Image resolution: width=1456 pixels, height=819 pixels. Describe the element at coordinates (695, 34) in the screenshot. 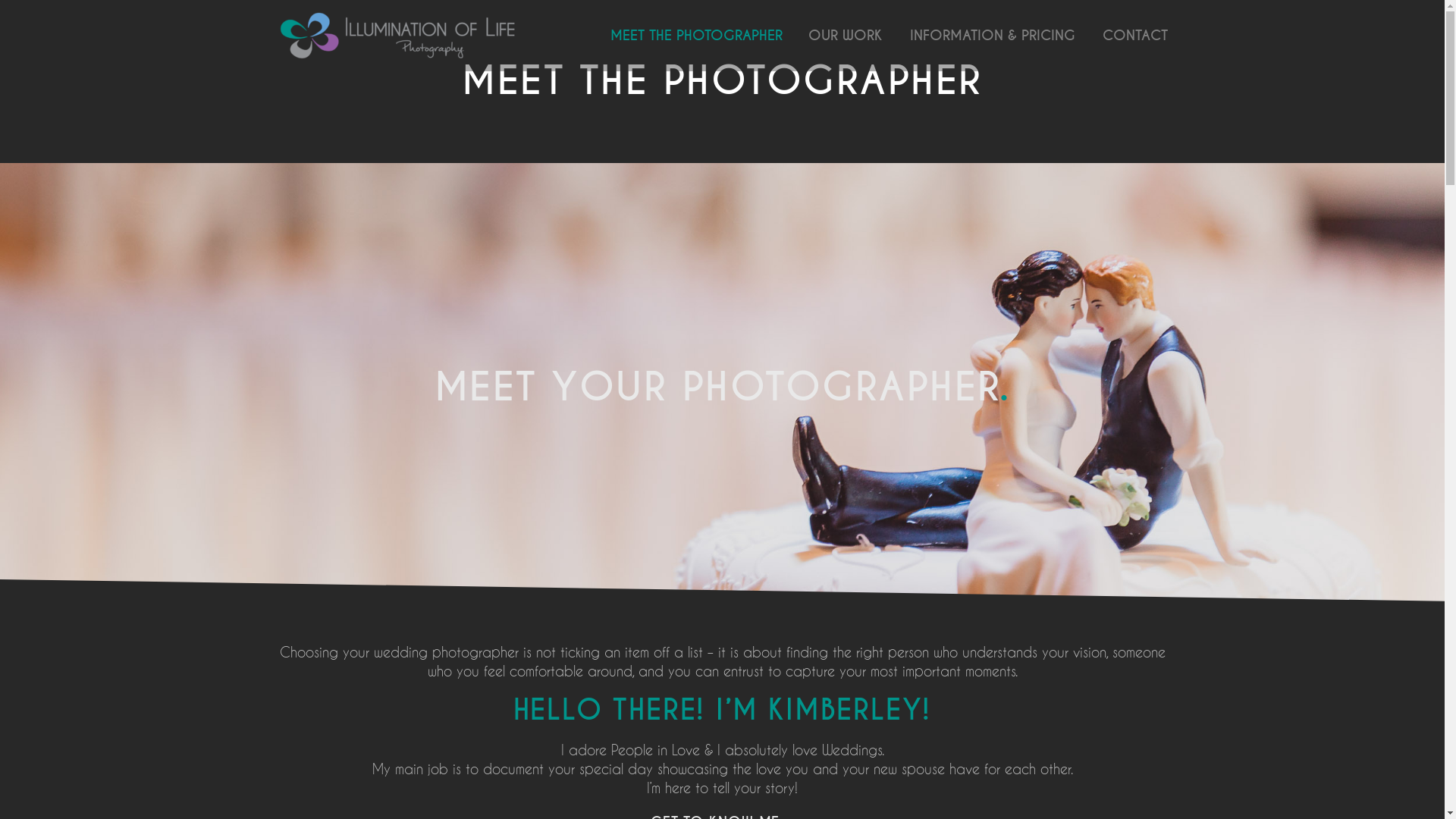

I see `'MEET THE PHOTOGRAPHER'` at that location.